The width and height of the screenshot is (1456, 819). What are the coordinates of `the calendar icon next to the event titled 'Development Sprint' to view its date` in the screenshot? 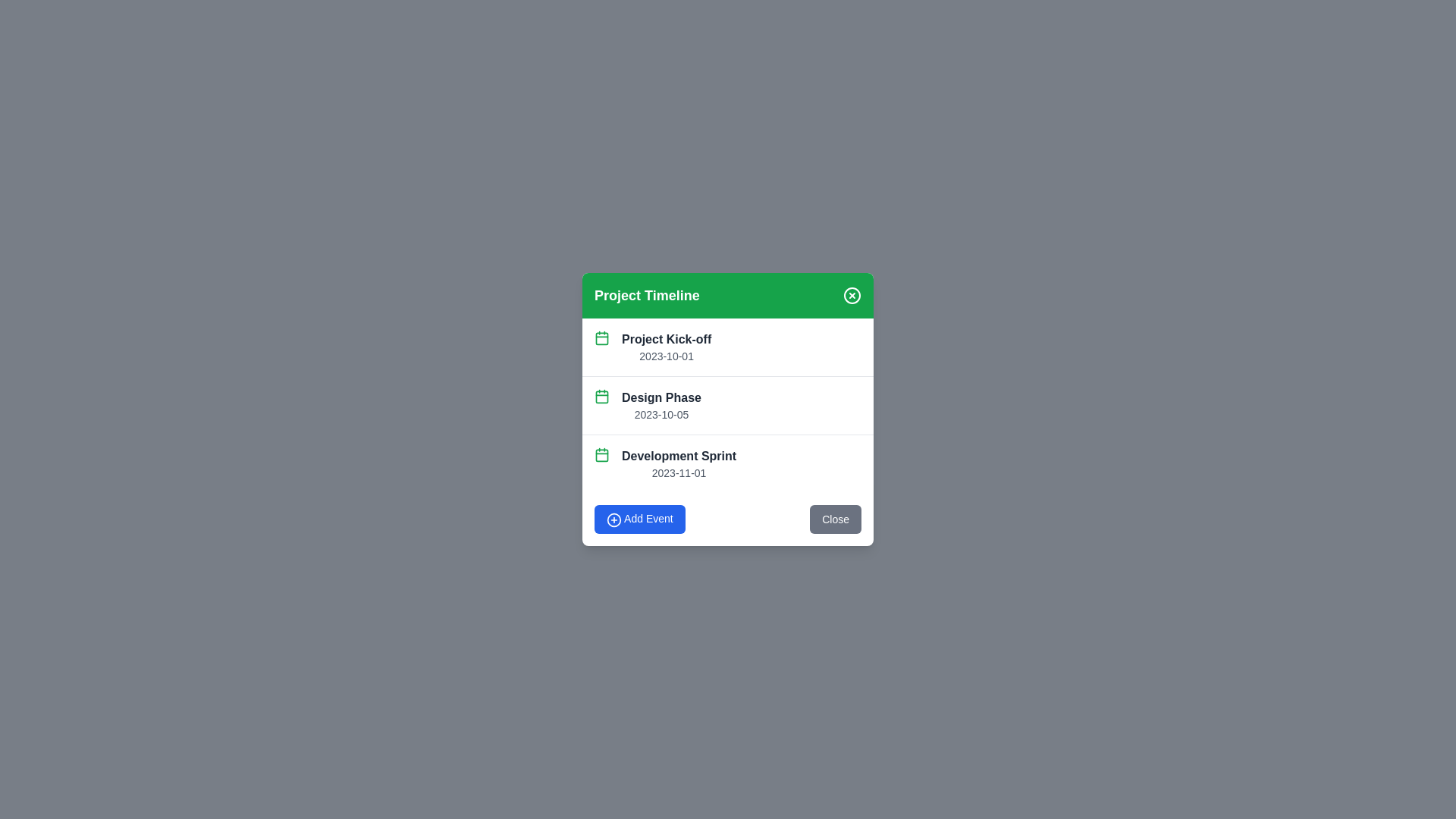 It's located at (601, 454).